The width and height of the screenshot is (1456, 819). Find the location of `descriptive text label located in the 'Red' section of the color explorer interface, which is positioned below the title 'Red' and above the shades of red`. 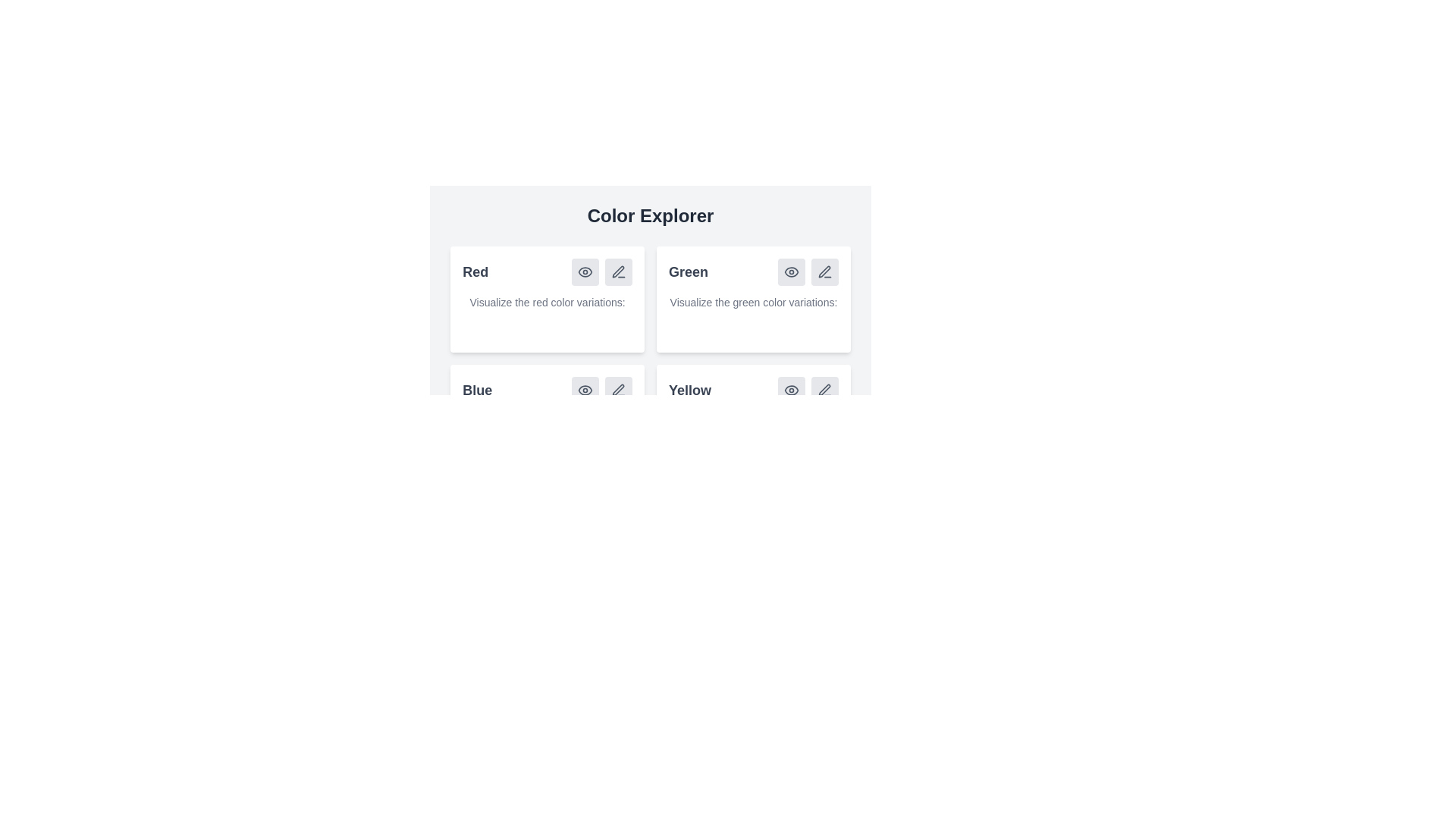

descriptive text label located in the 'Red' section of the color explorer interface, which is positioned below the title 'Red' and above the shades of red is located at coordinates (547, 317).